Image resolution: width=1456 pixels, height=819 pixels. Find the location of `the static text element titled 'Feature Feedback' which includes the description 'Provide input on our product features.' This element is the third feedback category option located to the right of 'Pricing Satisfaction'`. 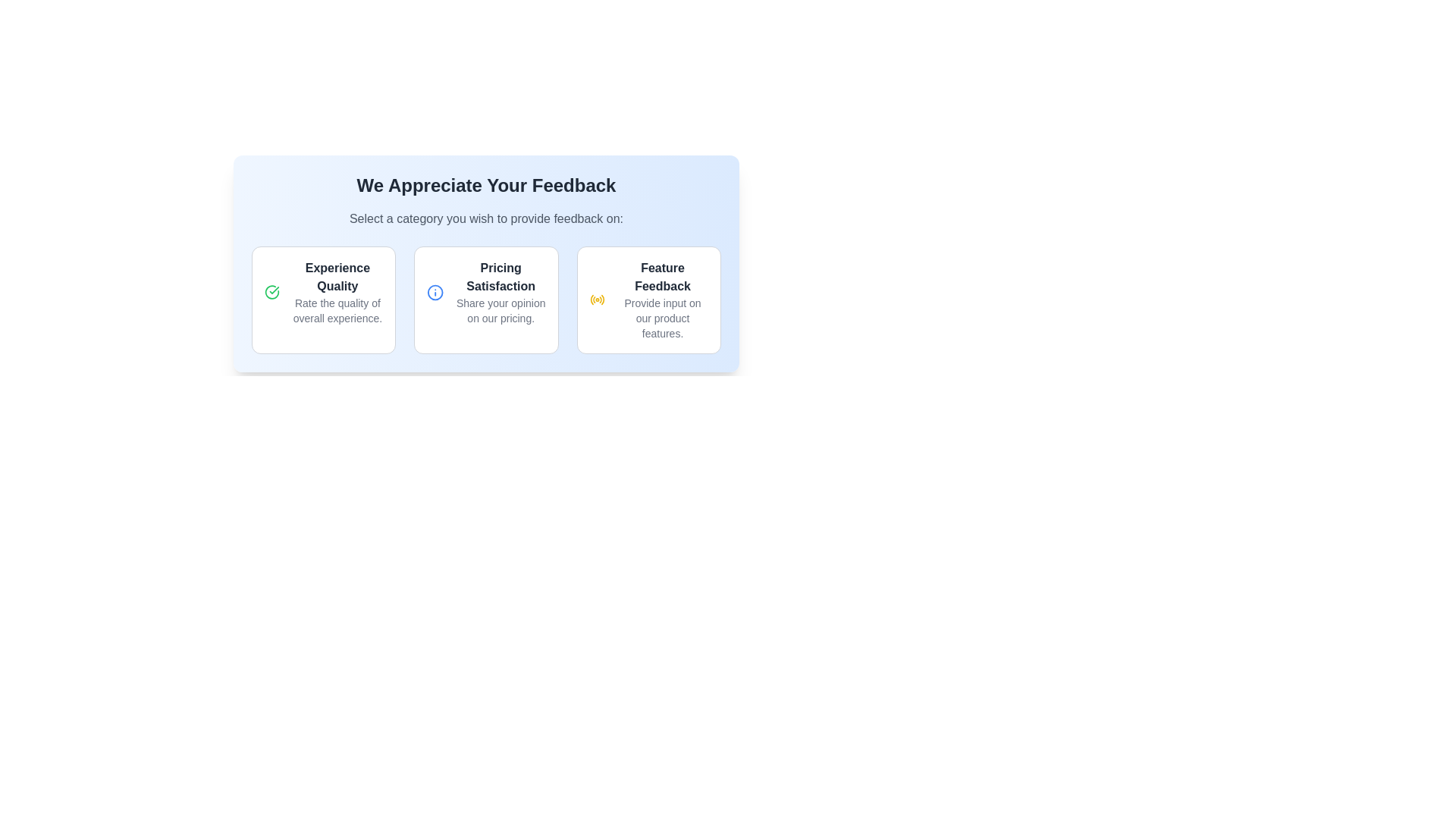

the static text element titled 'Feature Feedback' which includes the description 'Provide input on our product features.' This element is the third feedback category option located to the right of 'Pricing Satisfaction' is located at coordinates (662, 300).